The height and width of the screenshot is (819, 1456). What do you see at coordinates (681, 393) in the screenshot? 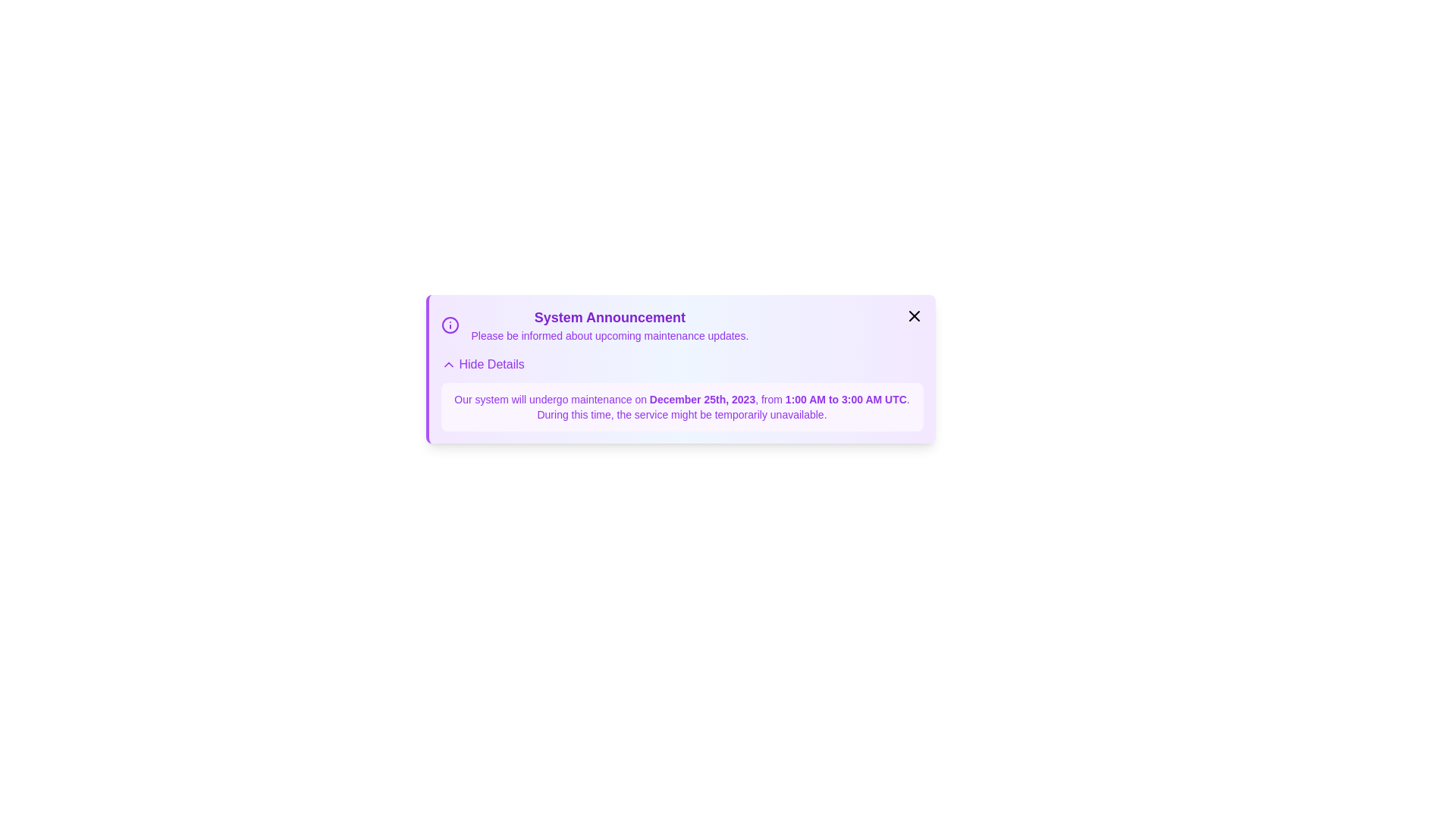
I see `critical information displayed in the text element located in the 'System Announcement' notification card, beneath the 'Hide Details' clickable text` at bounding box center [681, 393].